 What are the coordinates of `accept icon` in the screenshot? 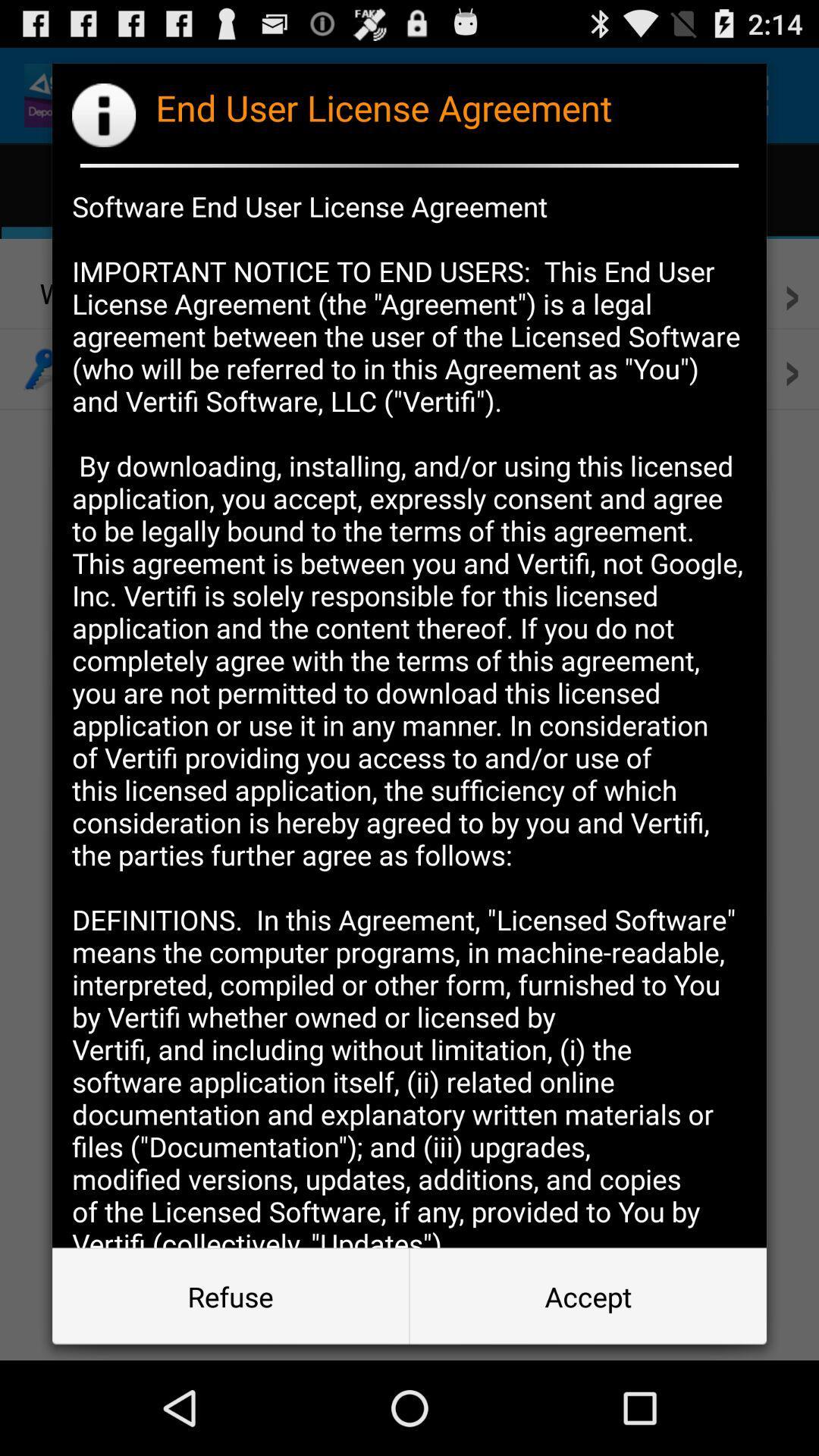 It's located at (587, 1295).